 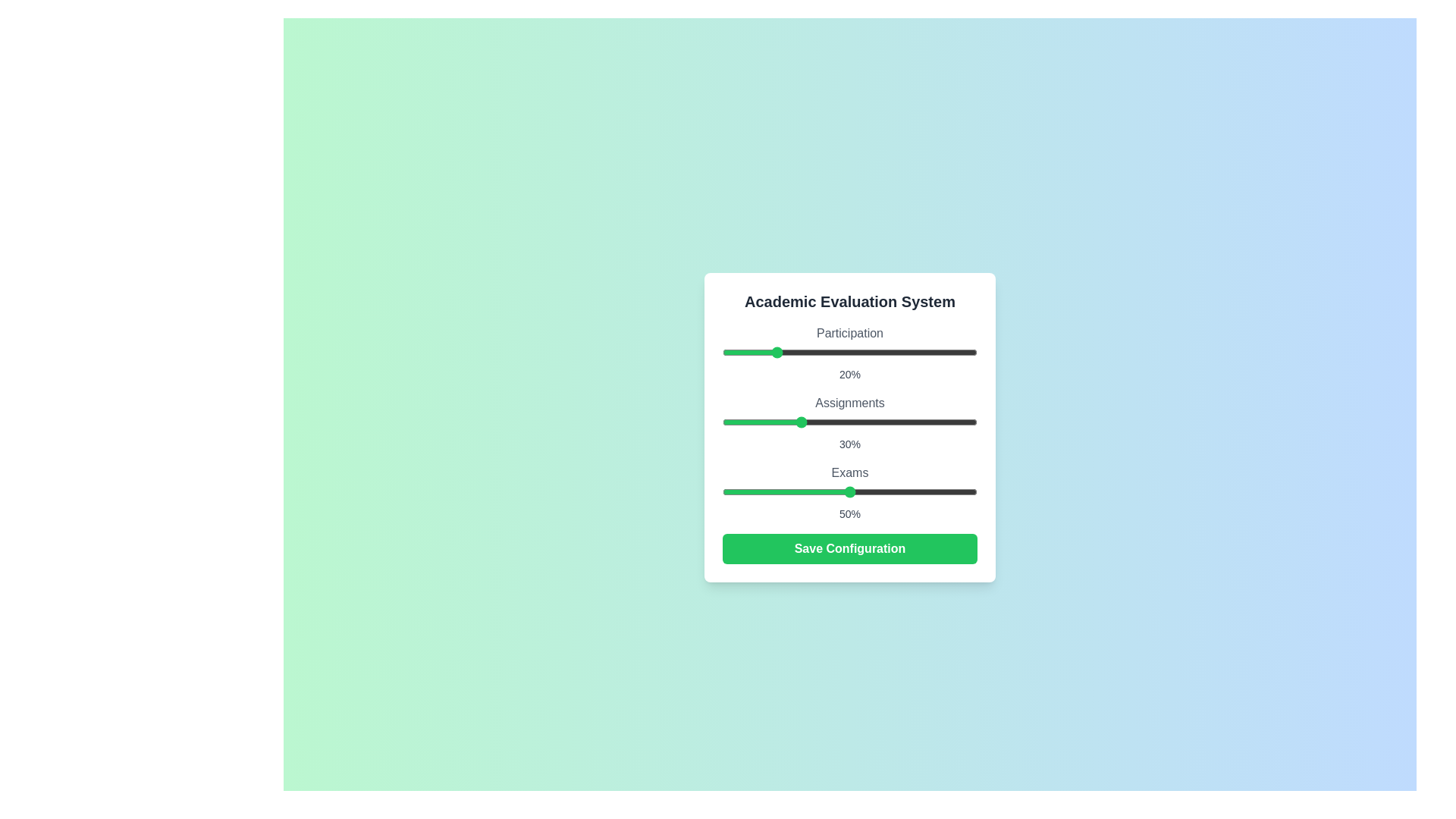 I want to click on the Participation slider element to observe visual feedback, so click(x=850, y=353).